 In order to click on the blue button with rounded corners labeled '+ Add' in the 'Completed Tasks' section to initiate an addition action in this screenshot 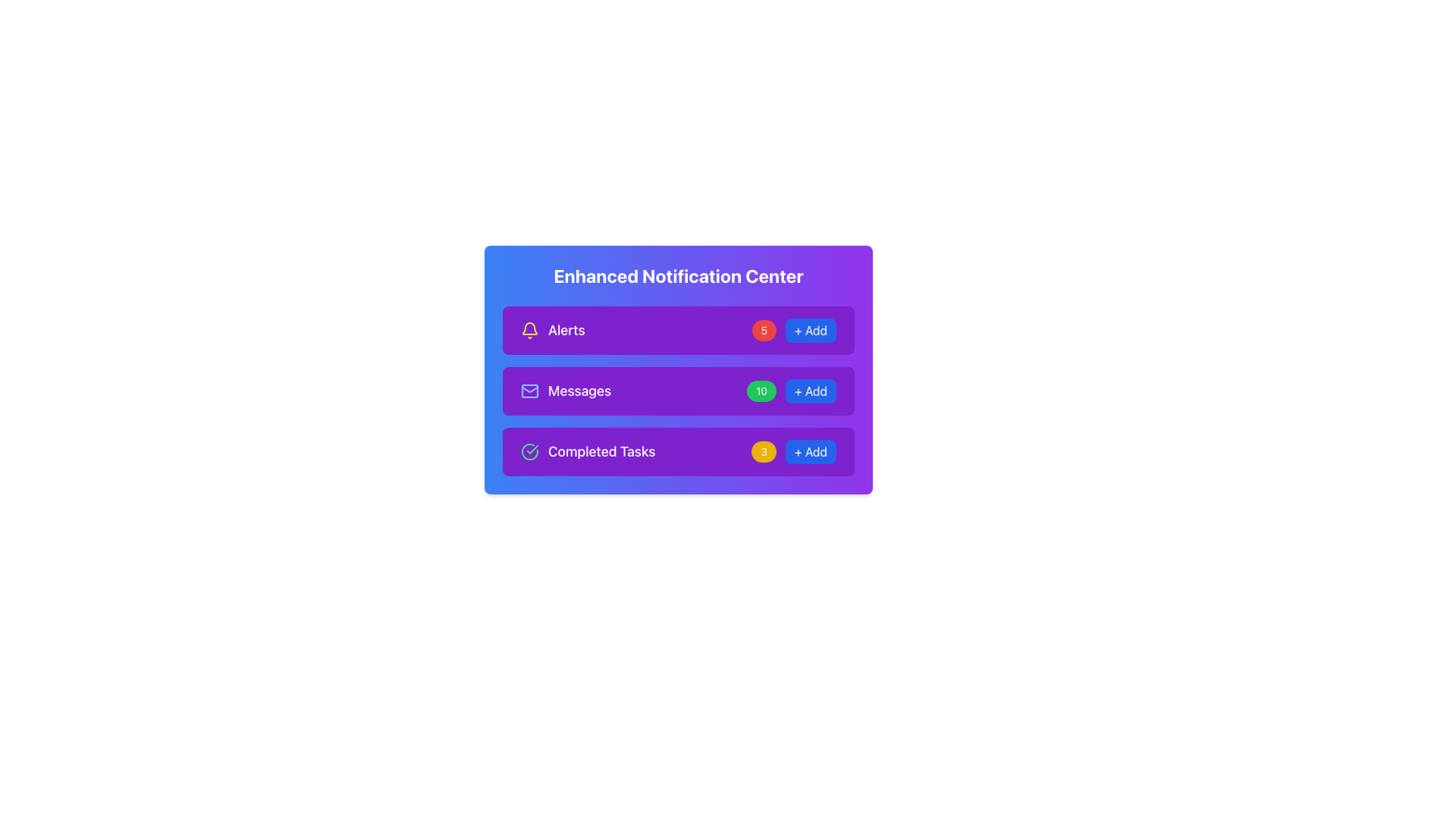, I will do `click(810, 451)`.